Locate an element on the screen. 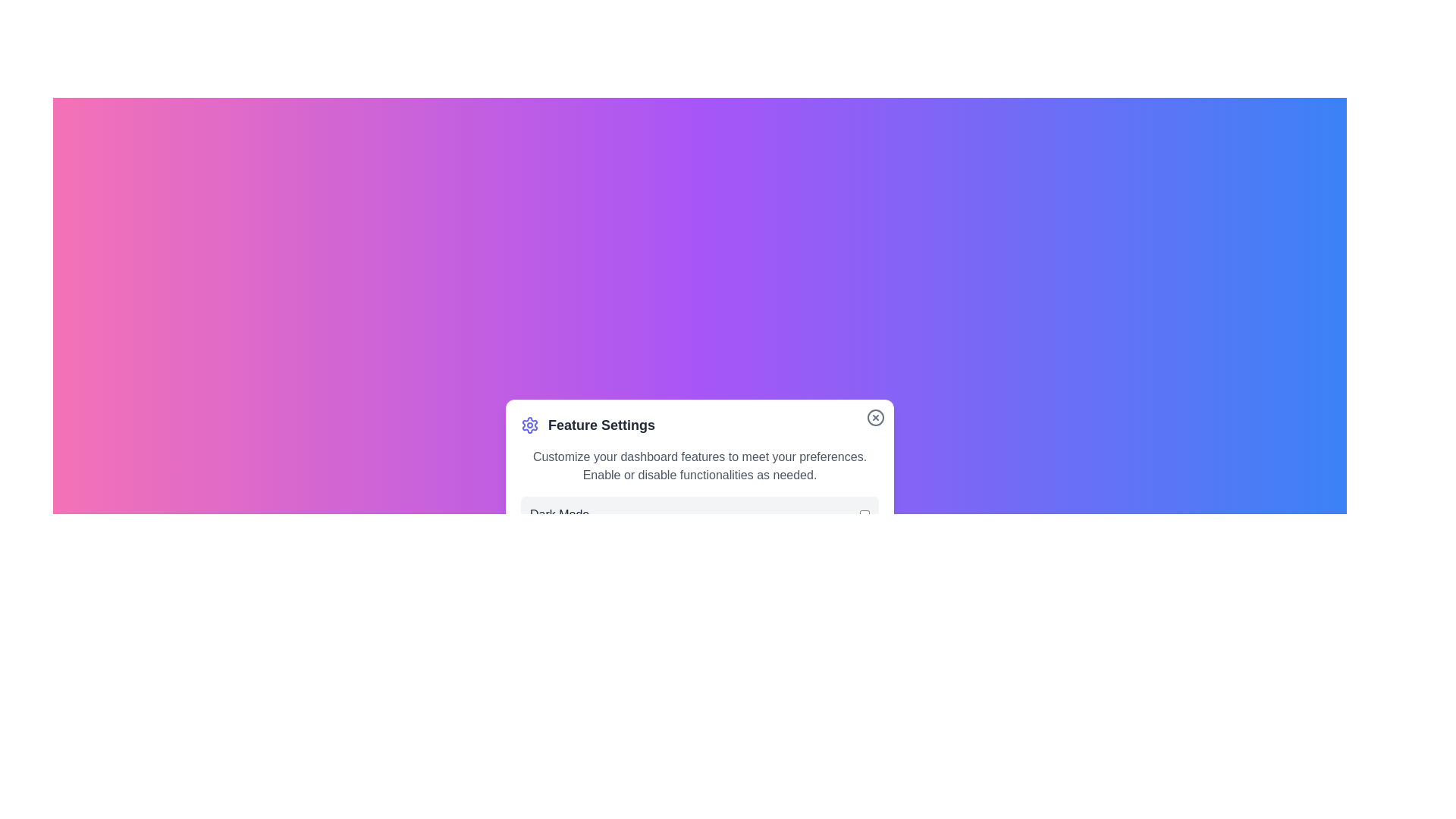 The width and height of the screenshot is (1456, 819). the vibrant indigo cogwheel icon located to the immediate left of the 'Feature Settings' text is located at coordinates (530, 425).